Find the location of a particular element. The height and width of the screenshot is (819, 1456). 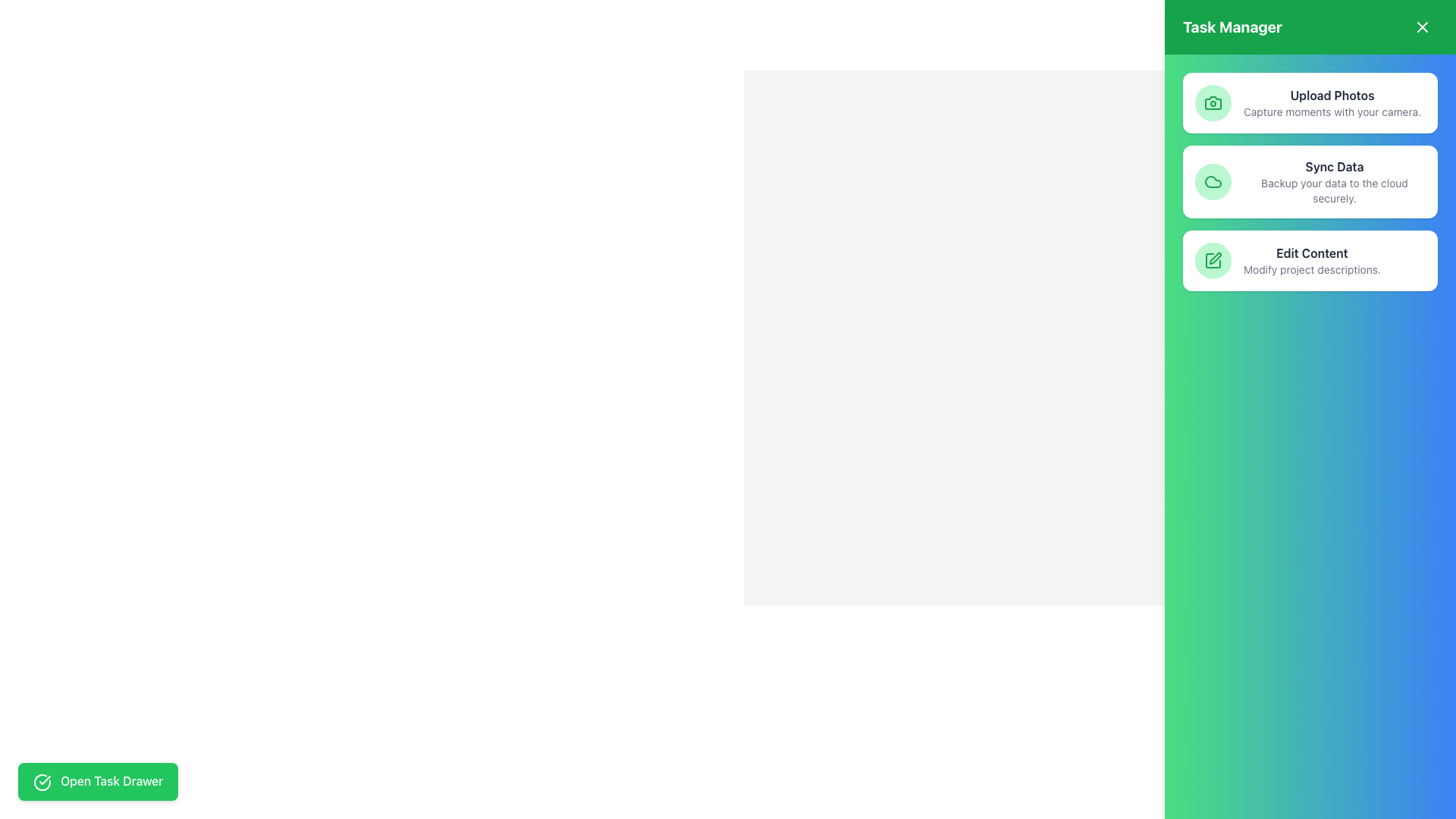

description text of the 'Sync Data' informational section, which includes the heading in bold dark gray and the description in lighter gray text is located at coordinates (1335, 180).